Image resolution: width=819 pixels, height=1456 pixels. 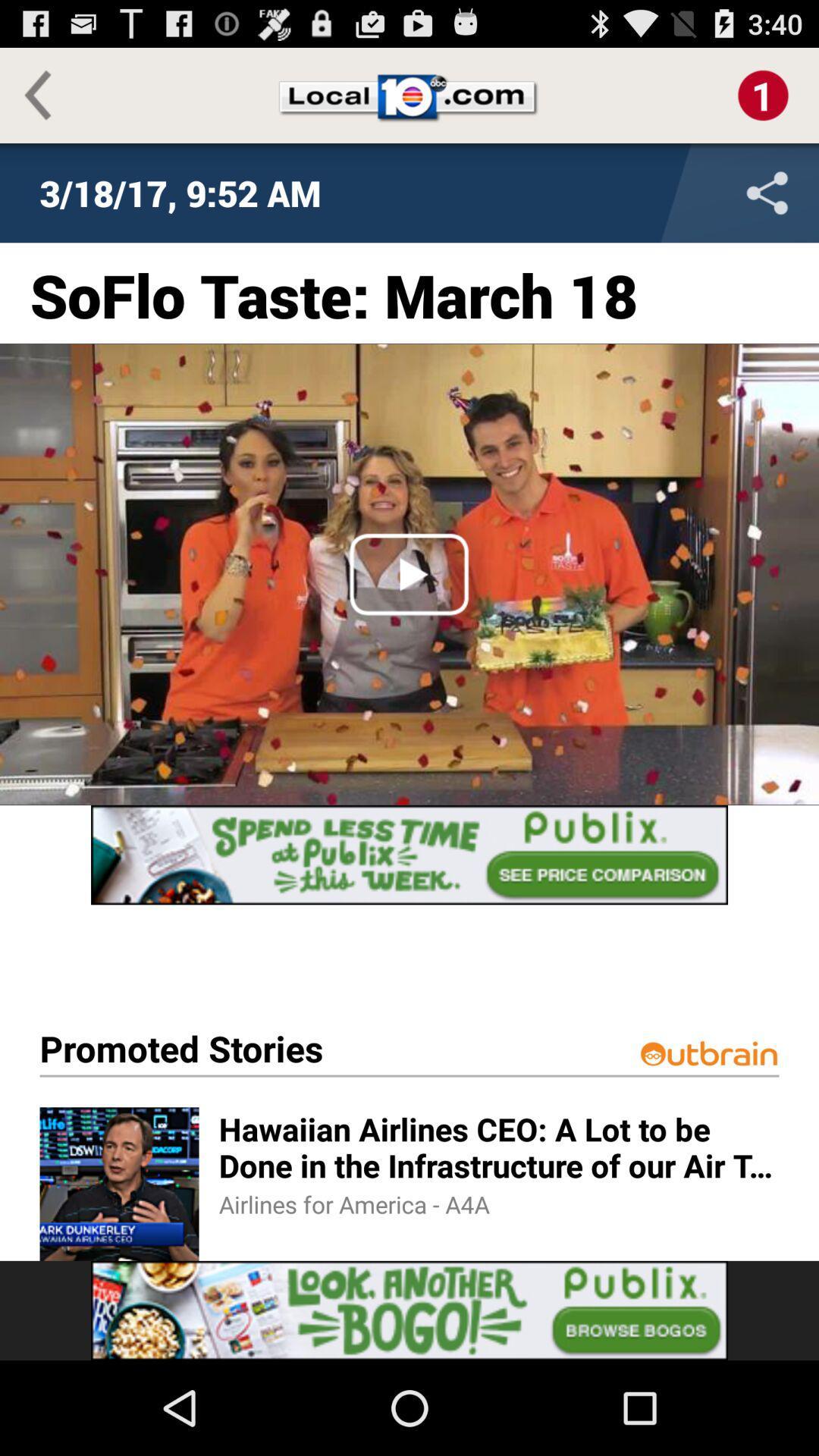 What do you see at coordinates (409, 573) in the screenshot?
I see `video` at bounding box center [409, 573].